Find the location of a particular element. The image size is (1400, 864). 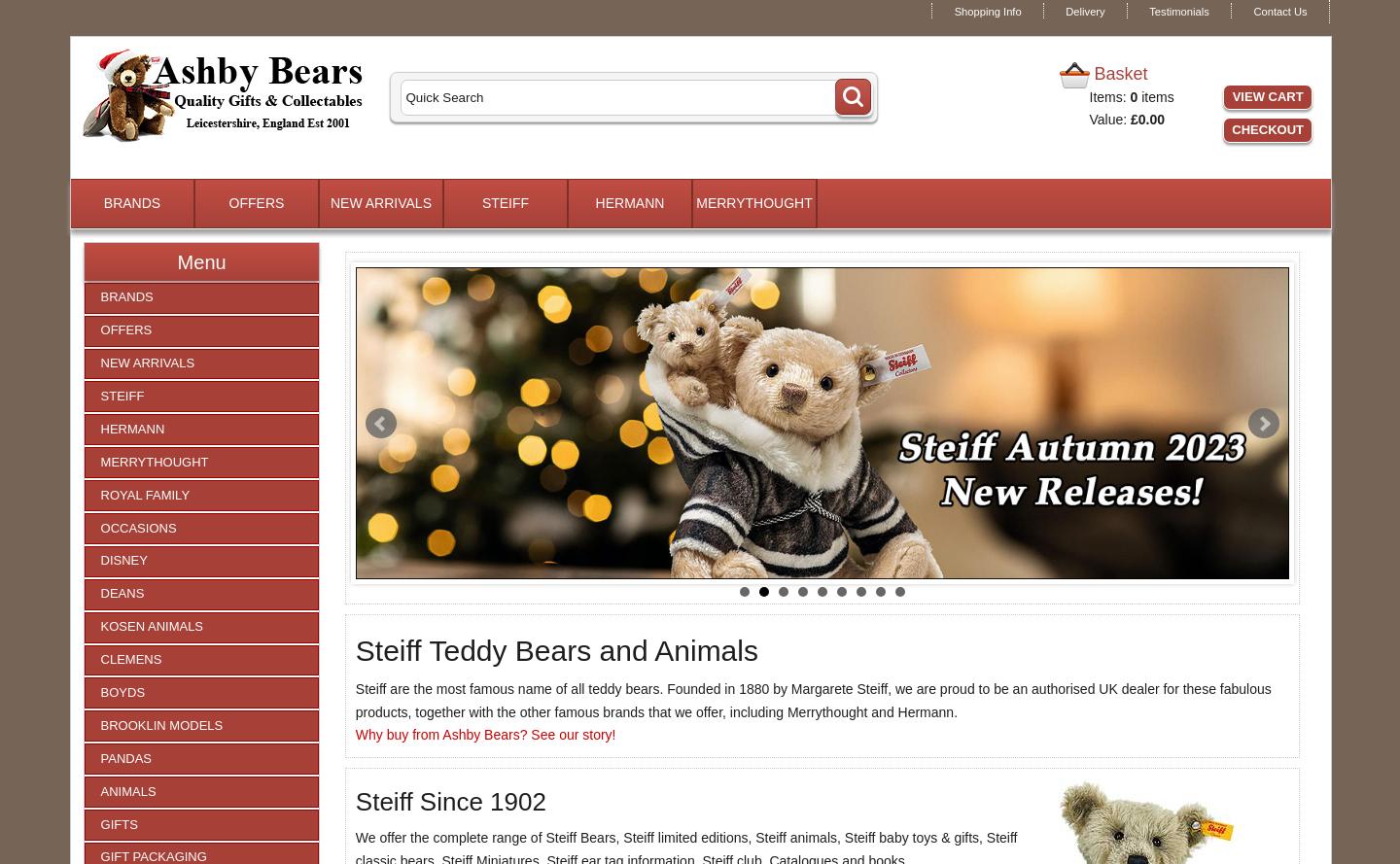

'MERRYTHOUGHT' is located at coordinates (752, 202).